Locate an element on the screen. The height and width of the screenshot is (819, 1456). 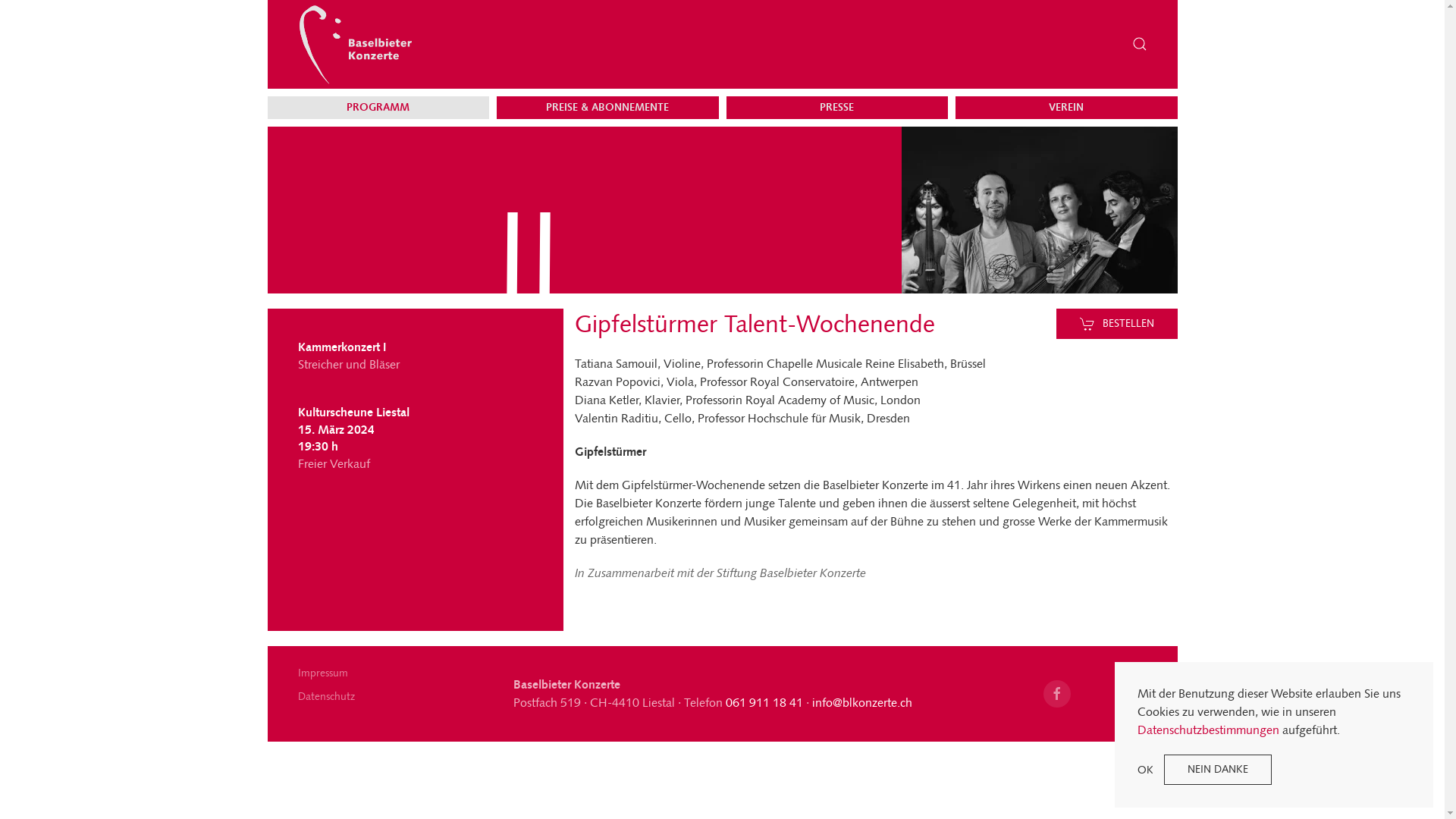
'PRESSE' is located at coordinates (836, 107).